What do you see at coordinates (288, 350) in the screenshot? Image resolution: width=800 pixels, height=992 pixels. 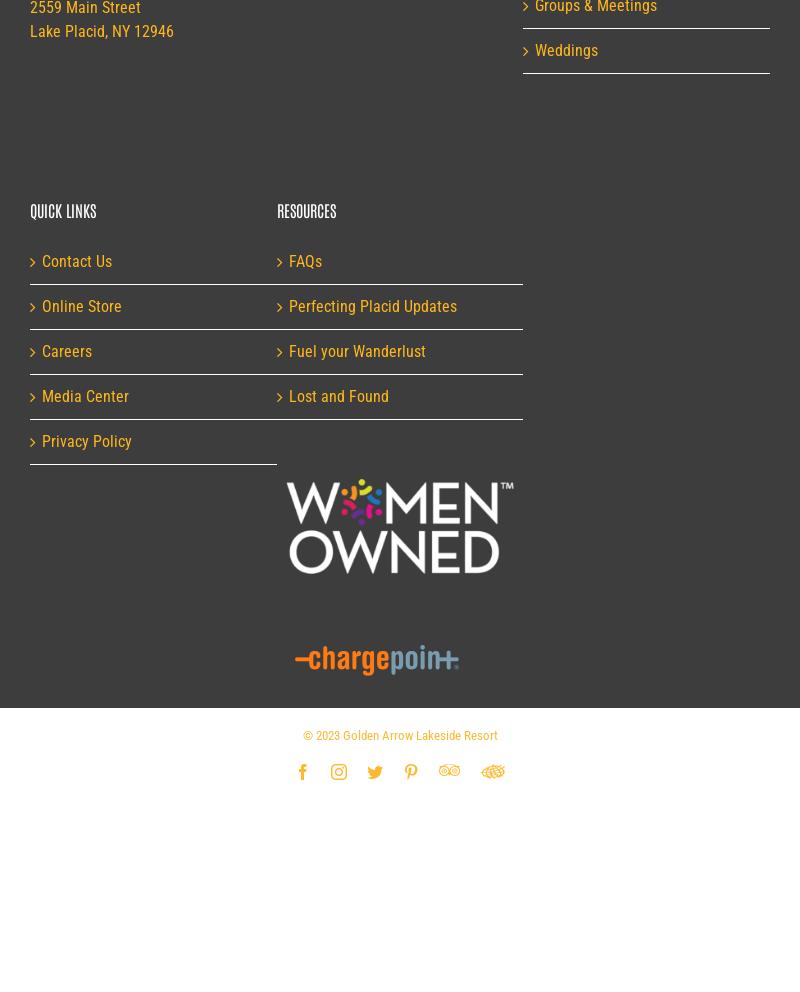 I see `'Fuel your Wanderlust'` at bounding box center [288, 350].